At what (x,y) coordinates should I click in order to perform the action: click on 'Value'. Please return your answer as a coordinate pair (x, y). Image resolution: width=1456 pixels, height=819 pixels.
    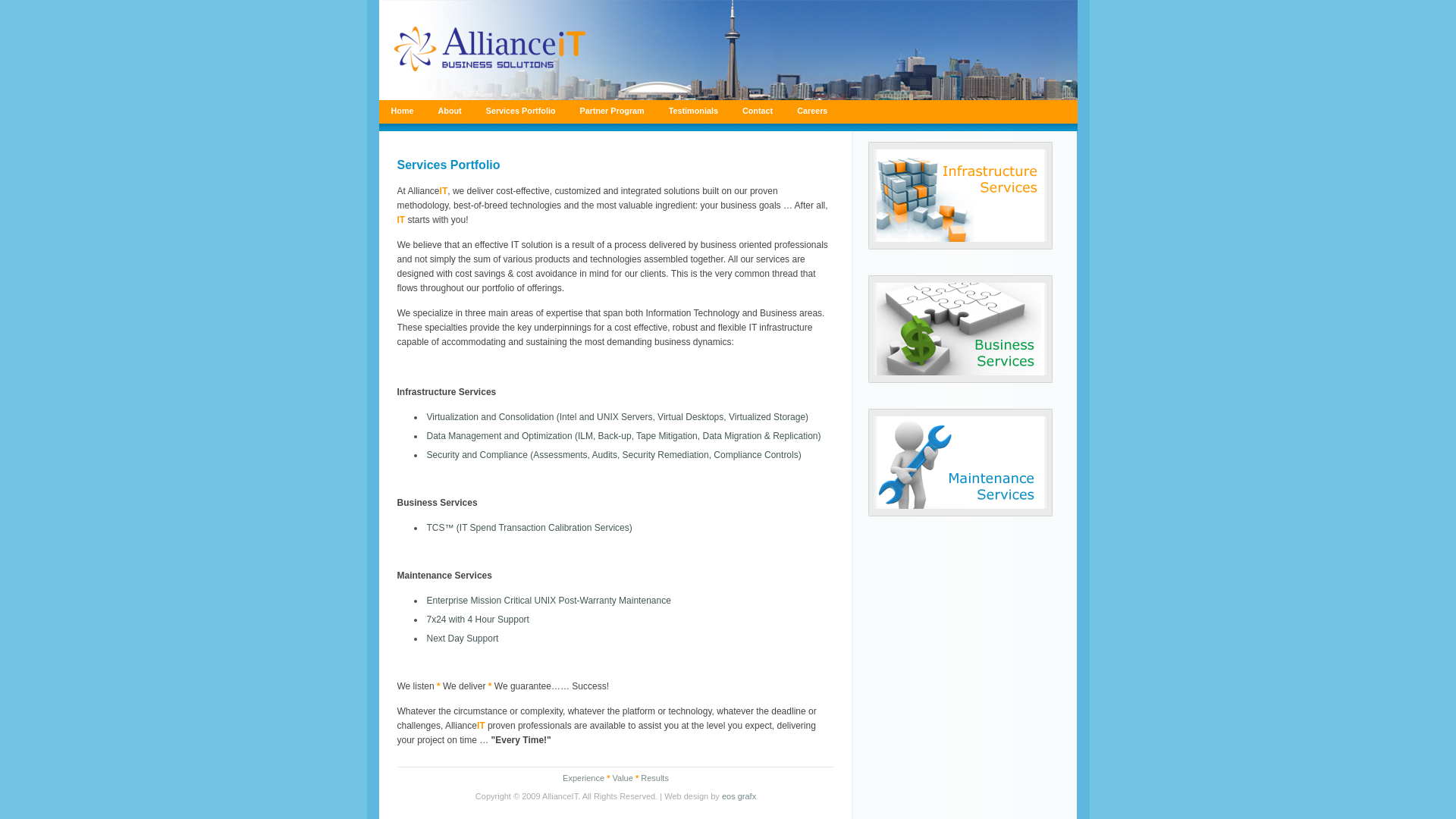
    Looking at the image, I should click on (623, 778).